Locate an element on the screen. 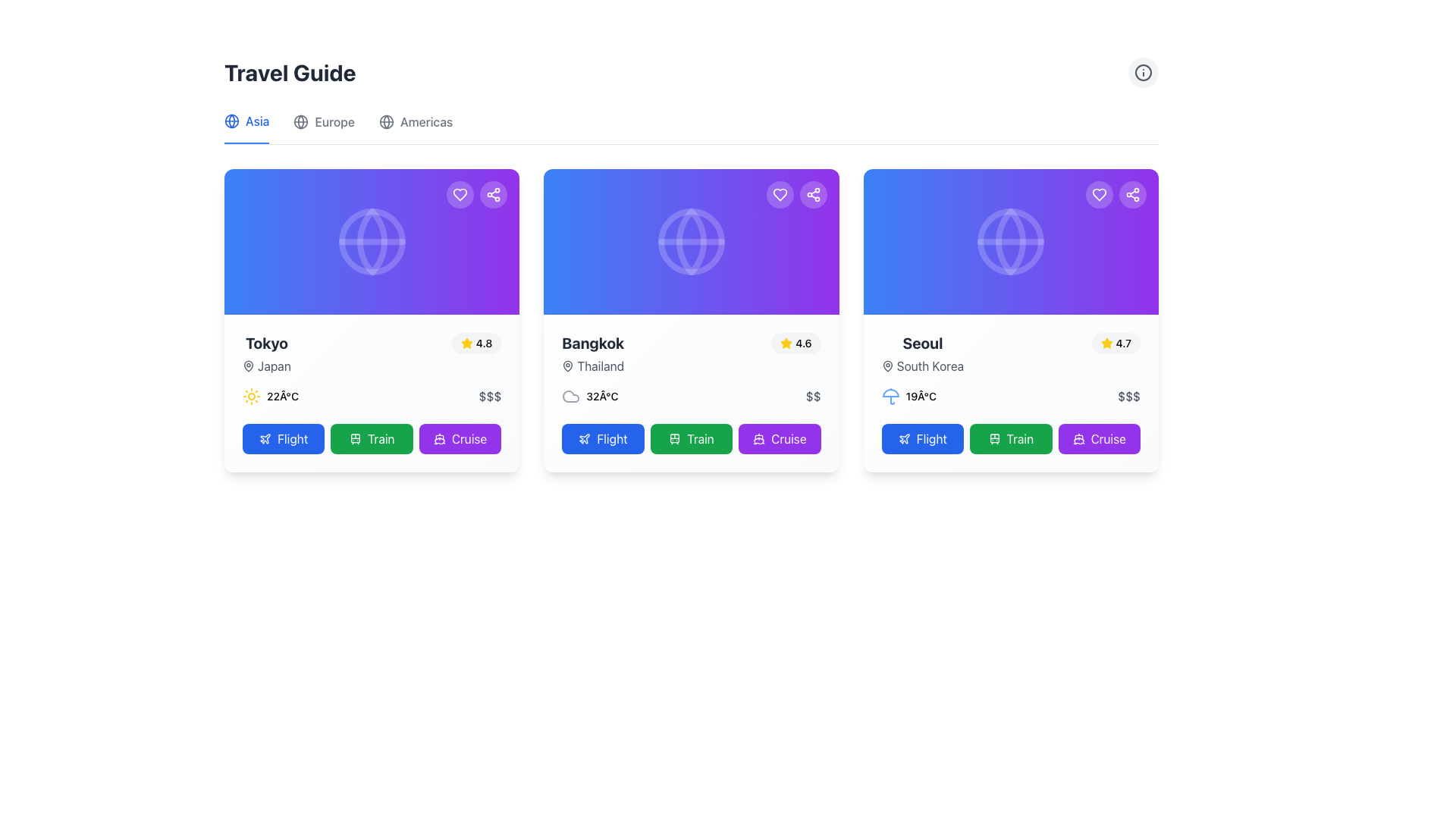 This screenshot has width=1456, height=819. the 'Americas' button in the navigation menu, which features a globe icon and is styled with gray text that changes on hover is located at coordinates (416, 127).